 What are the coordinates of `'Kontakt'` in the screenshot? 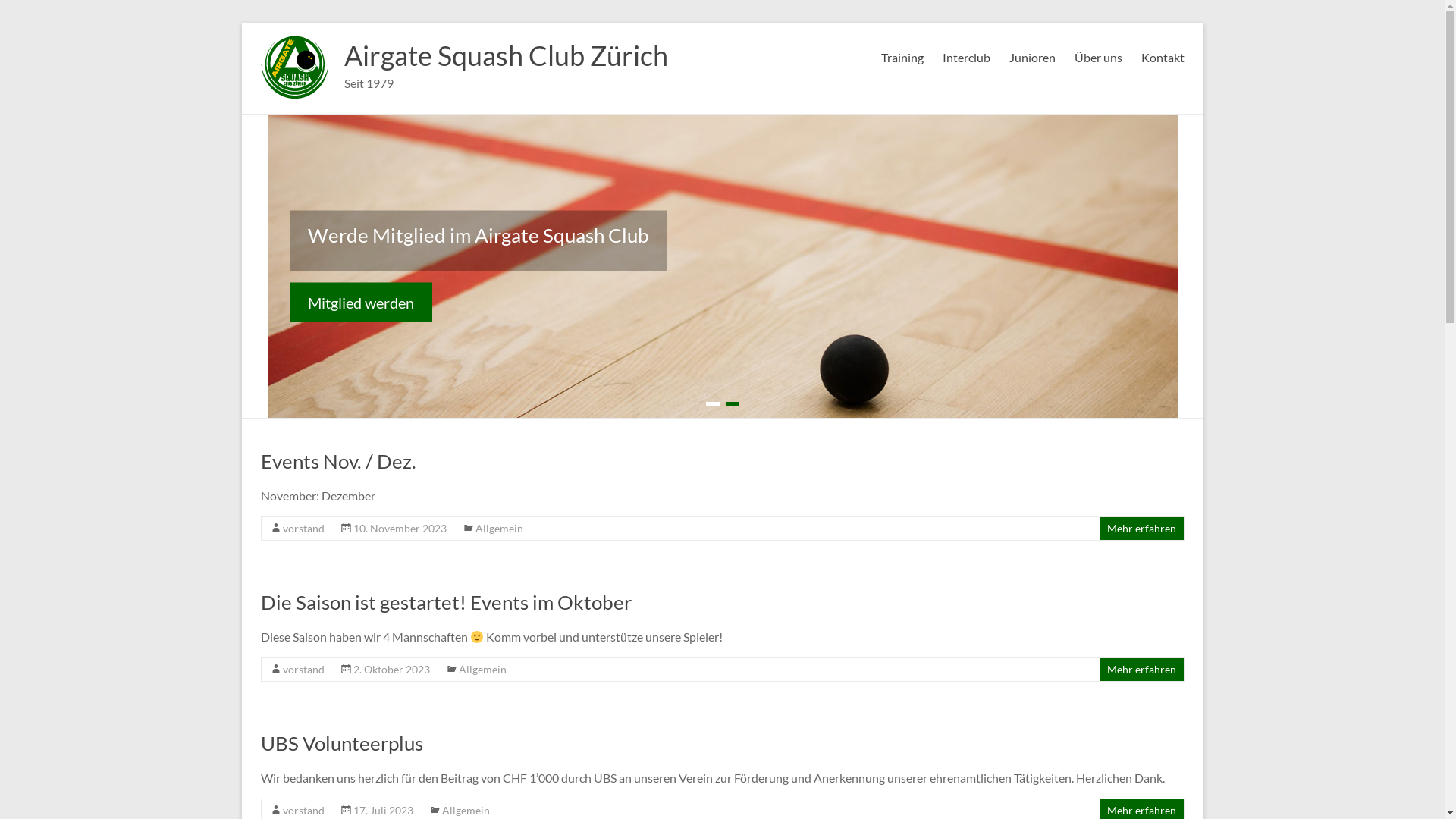 It's located at (1161, 55).